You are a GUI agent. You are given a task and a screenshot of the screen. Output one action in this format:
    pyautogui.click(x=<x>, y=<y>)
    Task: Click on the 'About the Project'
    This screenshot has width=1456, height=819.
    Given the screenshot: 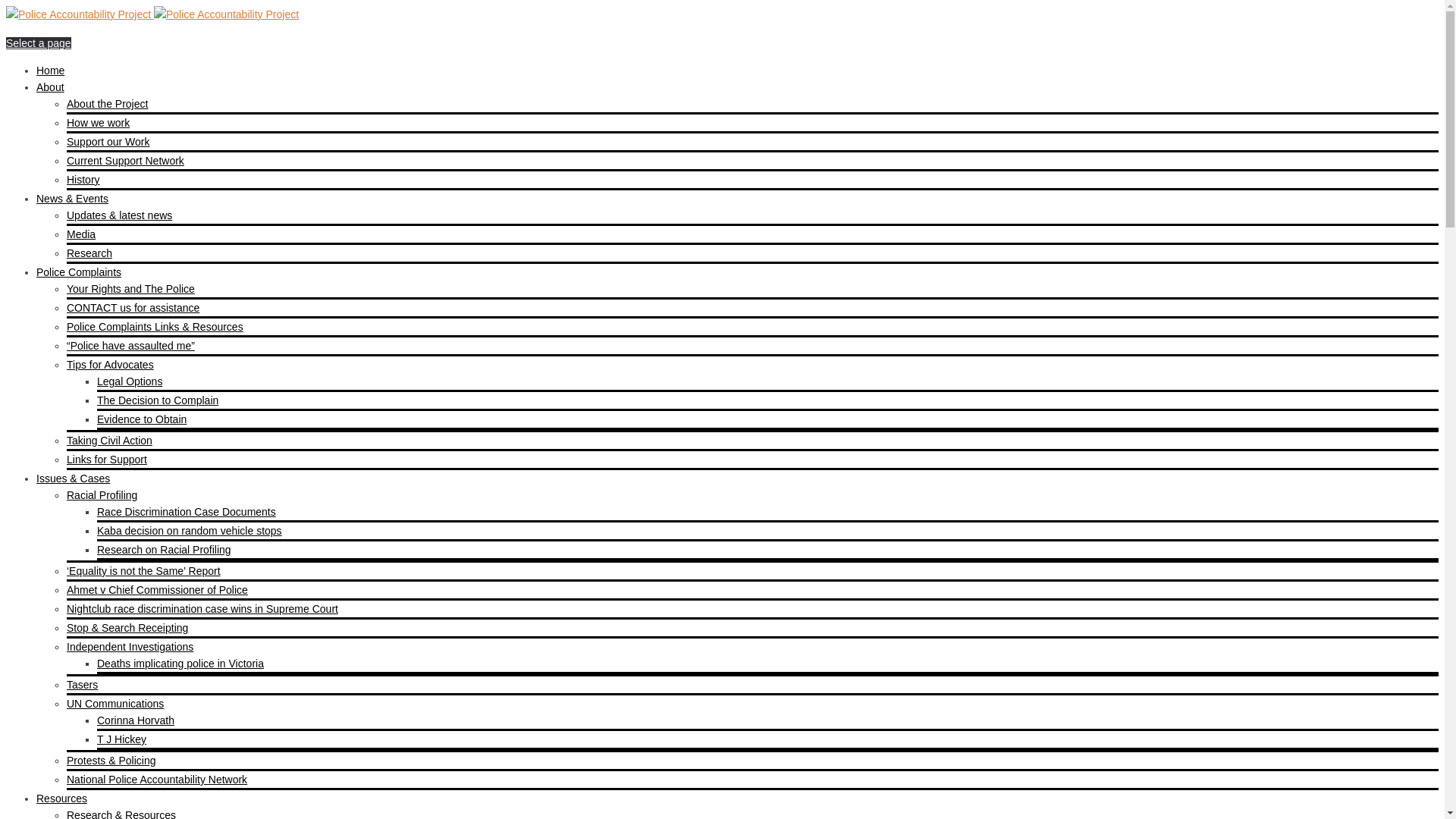 What is the action you would take?
    pyautogui.click(x=106, y=103)
    